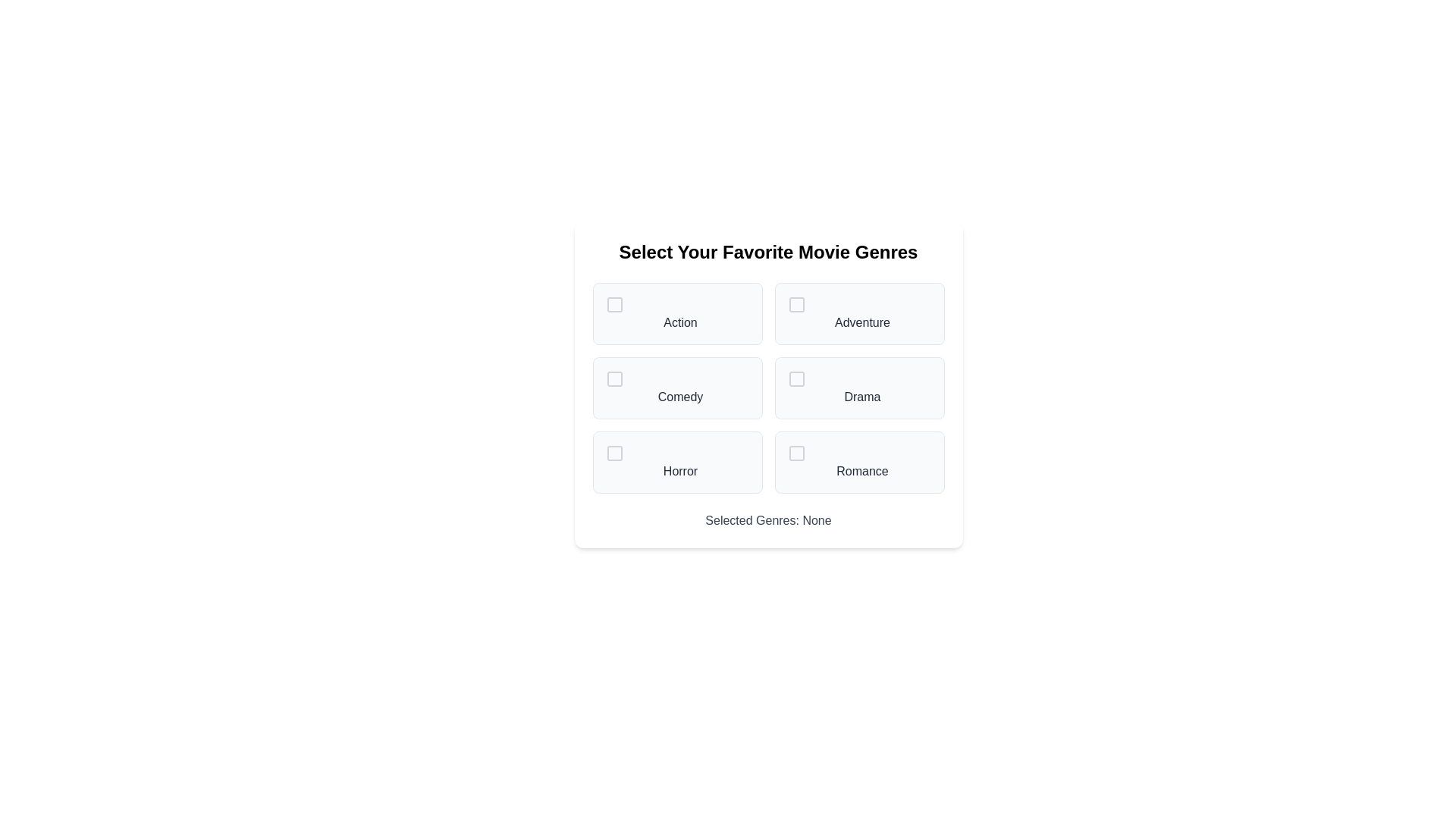 This screenshot has height=819, width=1456. What do you see at coordinates (676, 312) in the screenshot?
I see `the genre Action to select or deselect it` at bounding box center [676, 312].